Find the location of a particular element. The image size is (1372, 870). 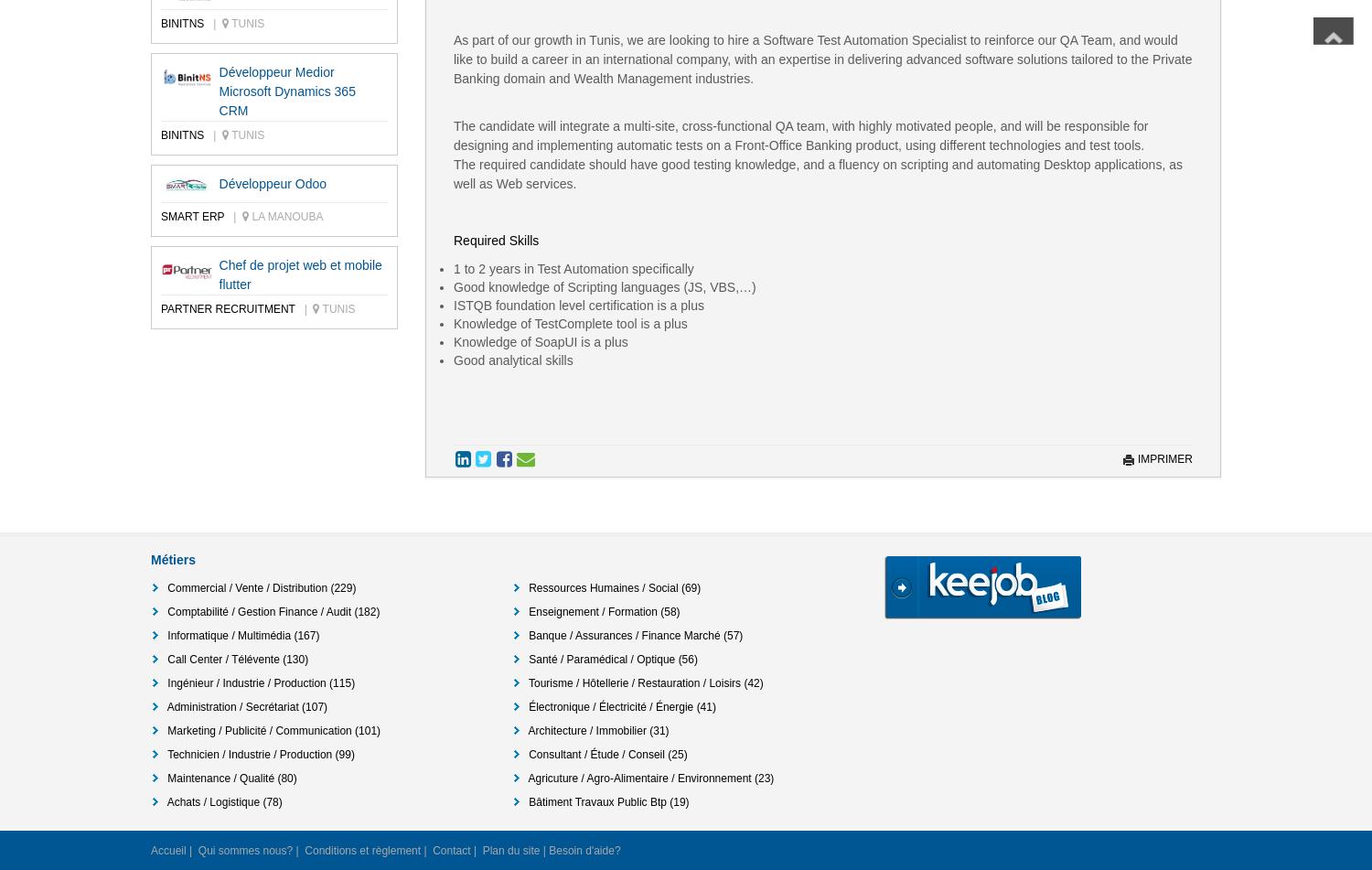

'As part of our growth in Tunis, we are looking to hire a Software Test Automation Specialist to reinforce our QA Team, and would like to build a career in an international company, with an expertise in delivering advanced software solutions tailored to the Private Banking domain and Wealth Management industries.' is located at coordinates (822, 59).